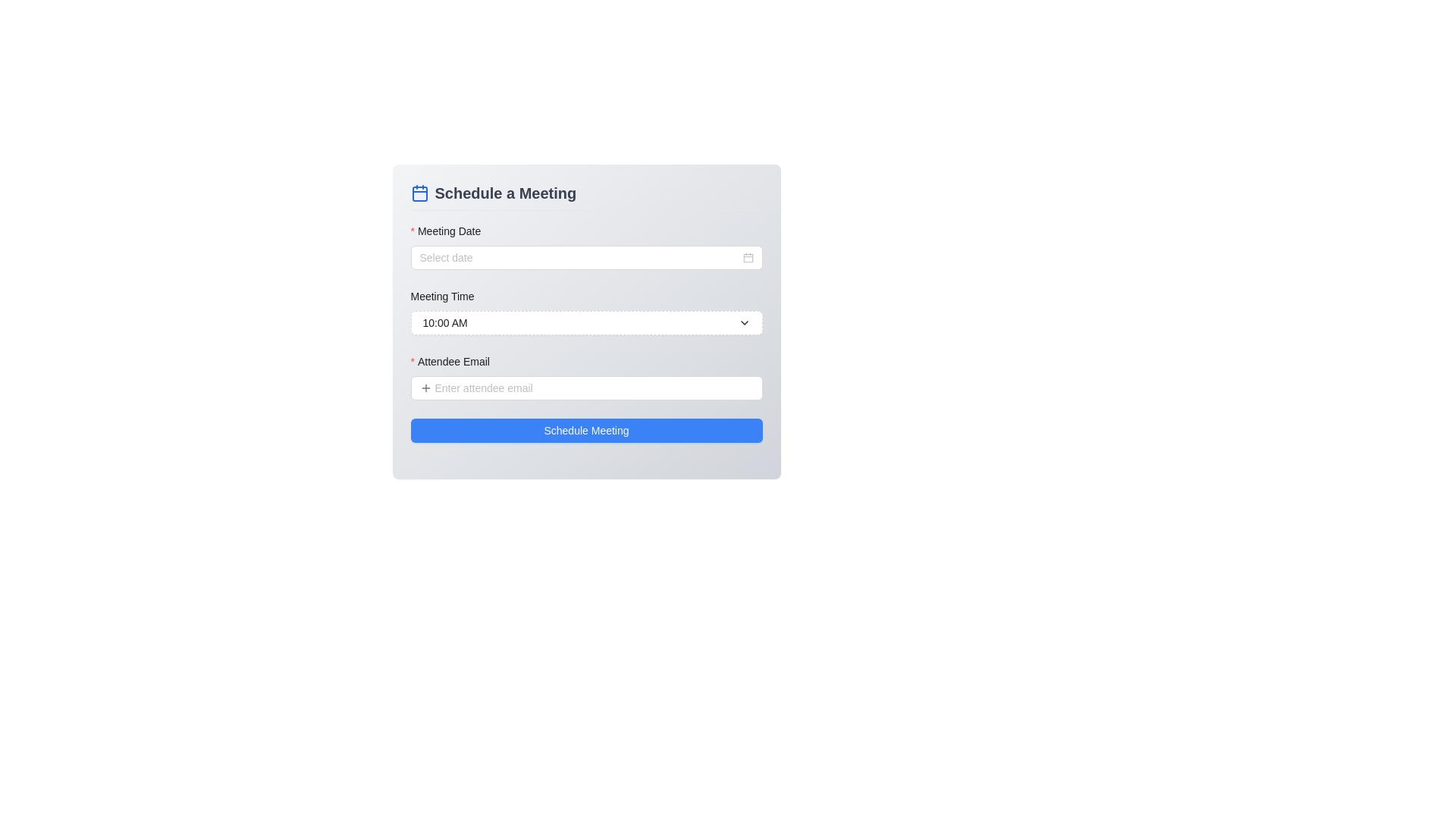 This screenshot has width=1456, height=819. I want to click on a date using the calendar picker from the 'Meeting Date' input field, which features a required red asterisk and a calendar icon for date selection, so click(585, 245).